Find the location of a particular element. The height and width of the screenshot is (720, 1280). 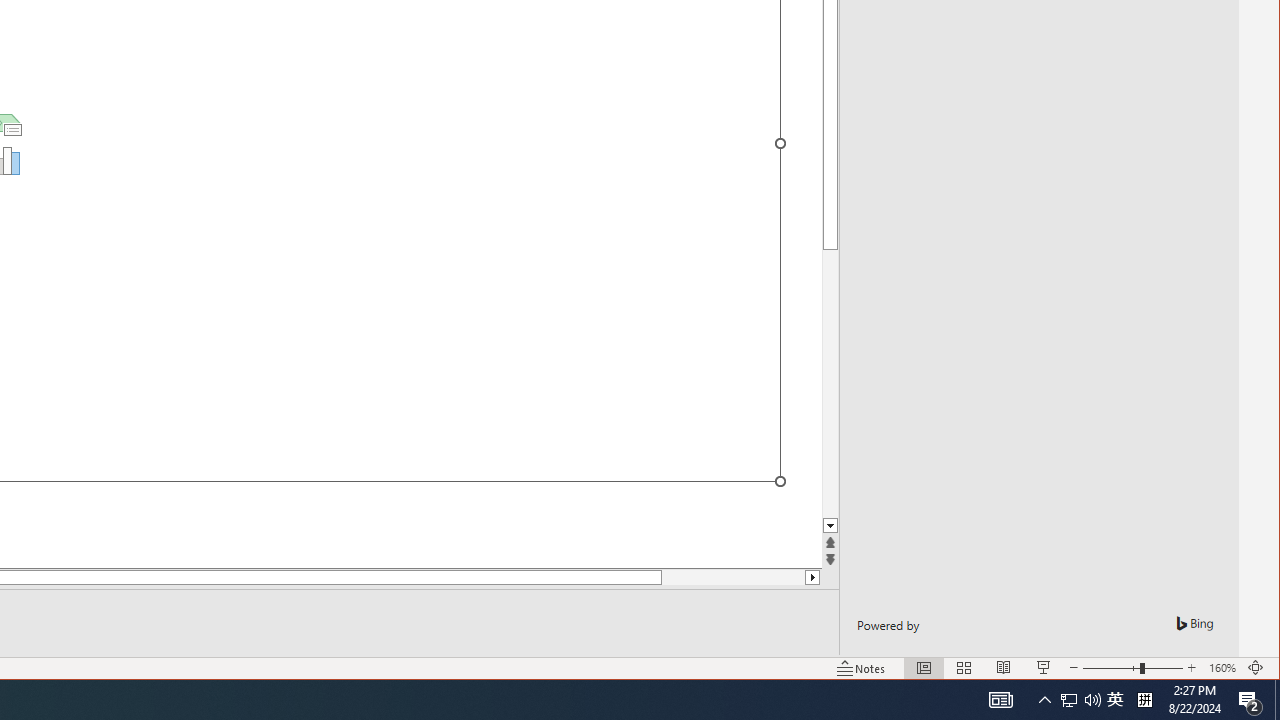

'Normal' is located at coordinates (923, 668).